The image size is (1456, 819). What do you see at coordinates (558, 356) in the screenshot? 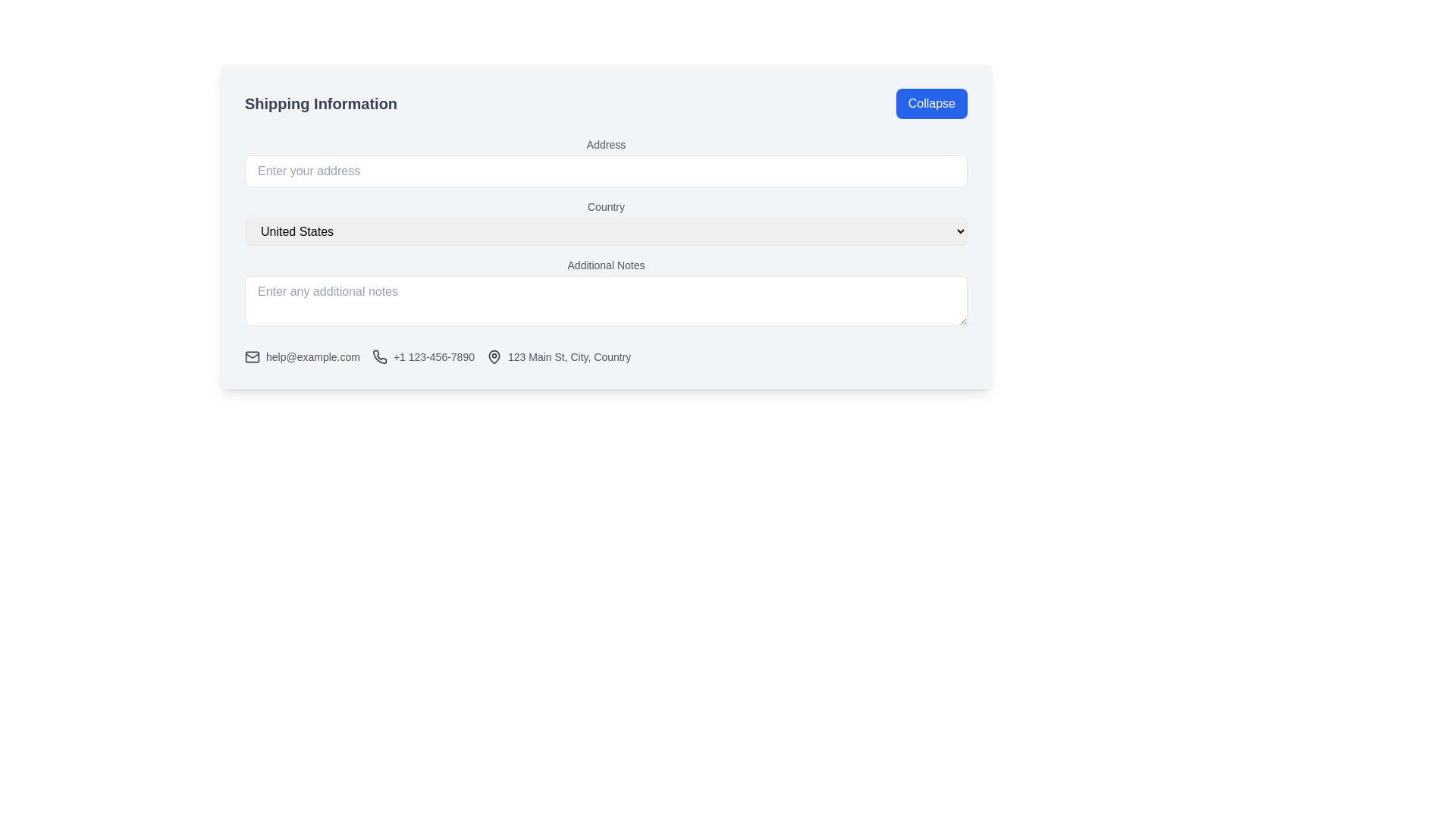
I see `the address text-label that displays '123 Main St, City, Country' with an accompanying location pin icon, positioned as the third item in a row of informational elements at the bottom of the card` at bounding box center [558, 356].